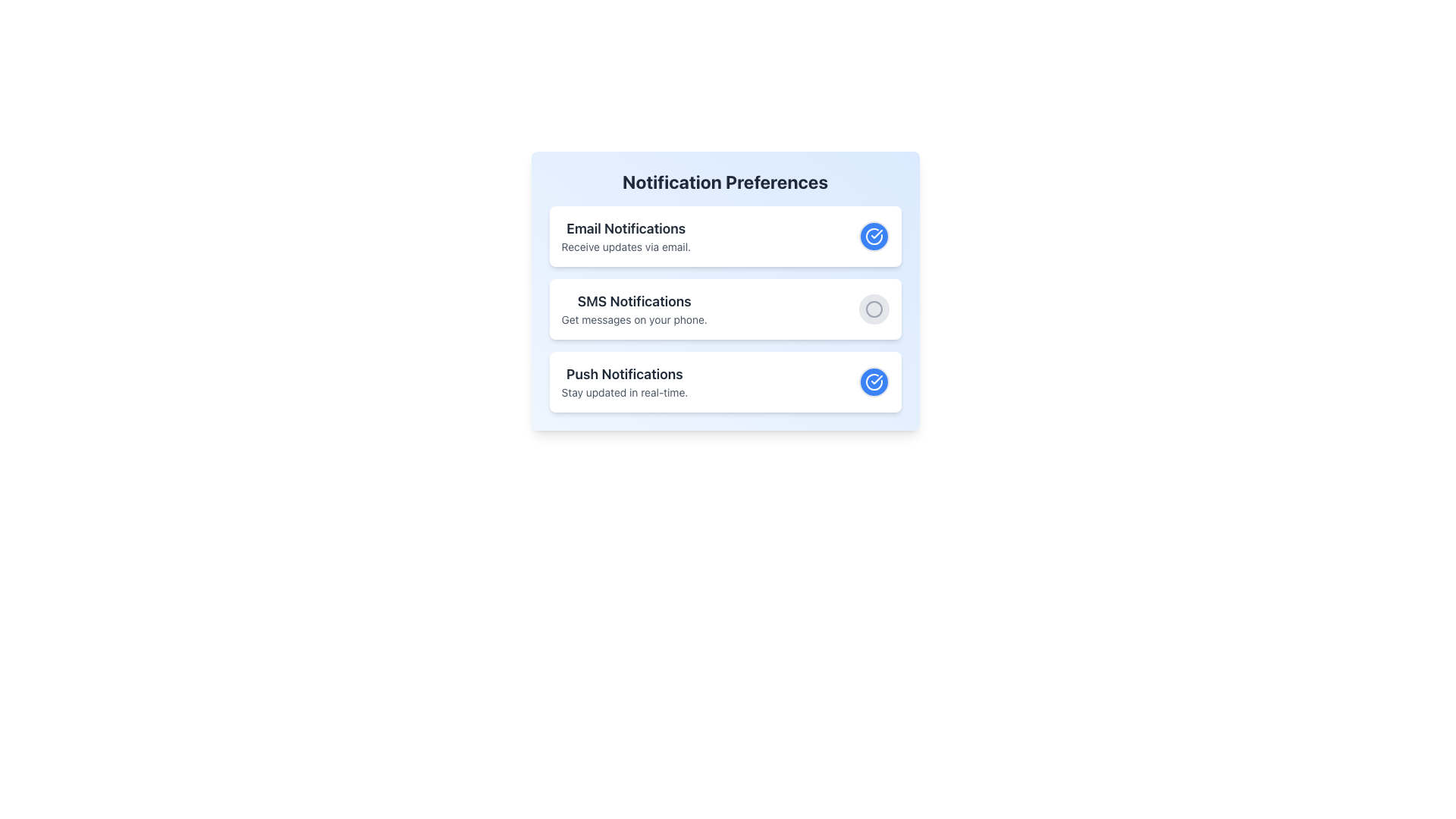  What do you see at coordinates (874, 381) in the screenshot?
I see `the toggle button for Push Notifications located at the far right of the Notification Preferences panel` at bounding box center [874, 381].